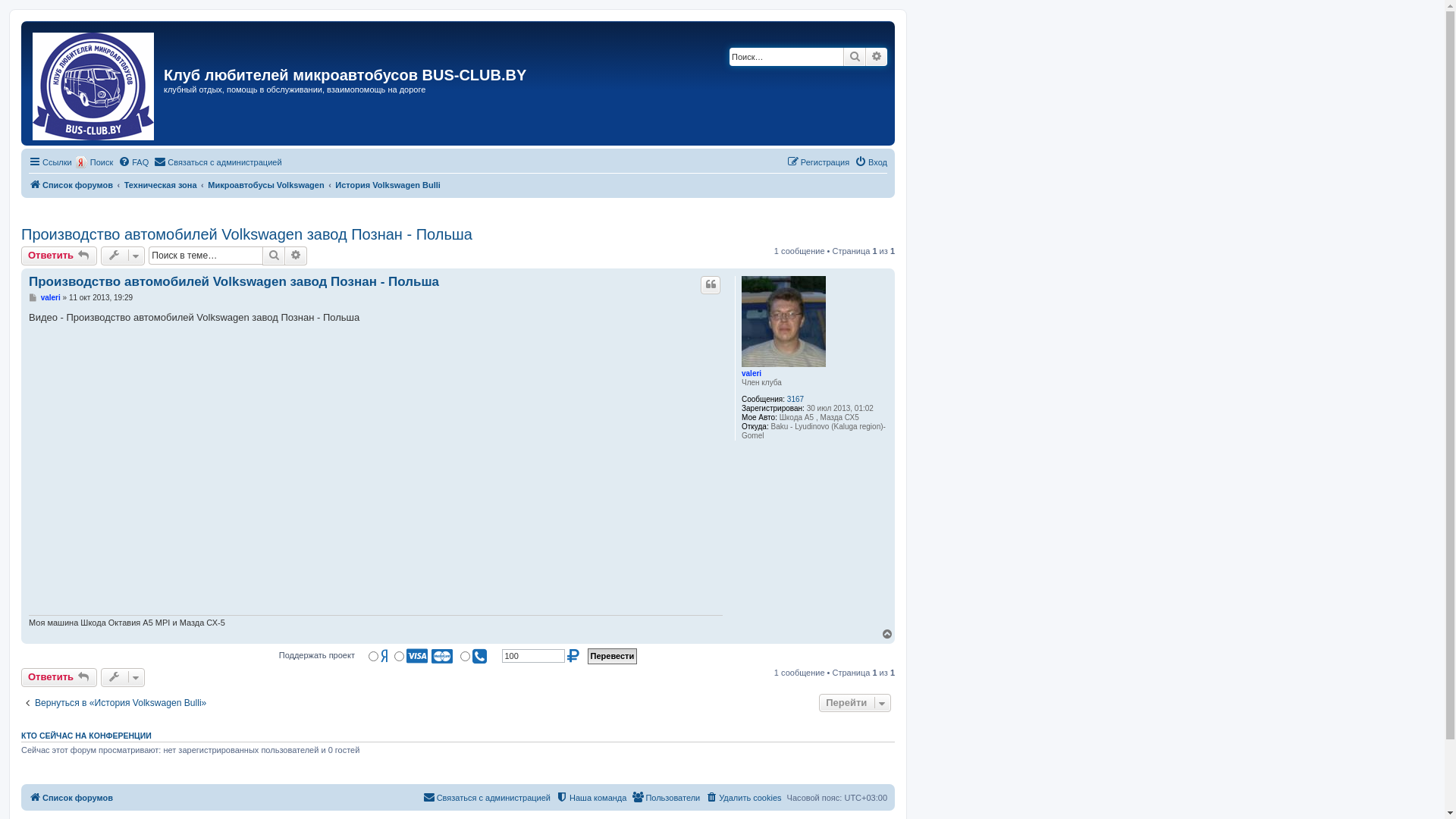  I want to click on '3167', so click(795, 399).